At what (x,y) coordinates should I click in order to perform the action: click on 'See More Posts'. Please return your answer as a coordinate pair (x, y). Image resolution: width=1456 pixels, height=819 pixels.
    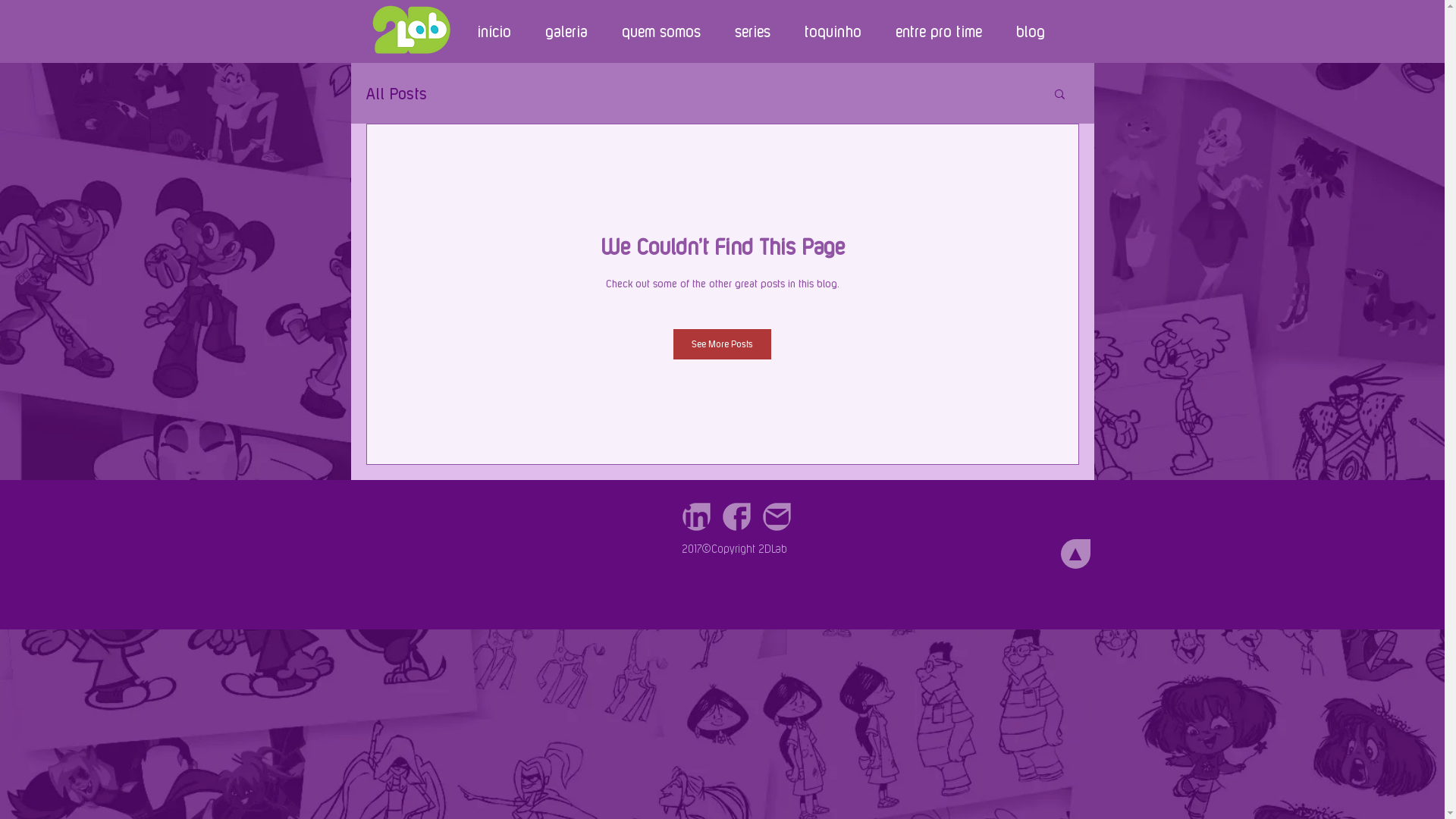
    Looking at the image, I should click on (673, 344).